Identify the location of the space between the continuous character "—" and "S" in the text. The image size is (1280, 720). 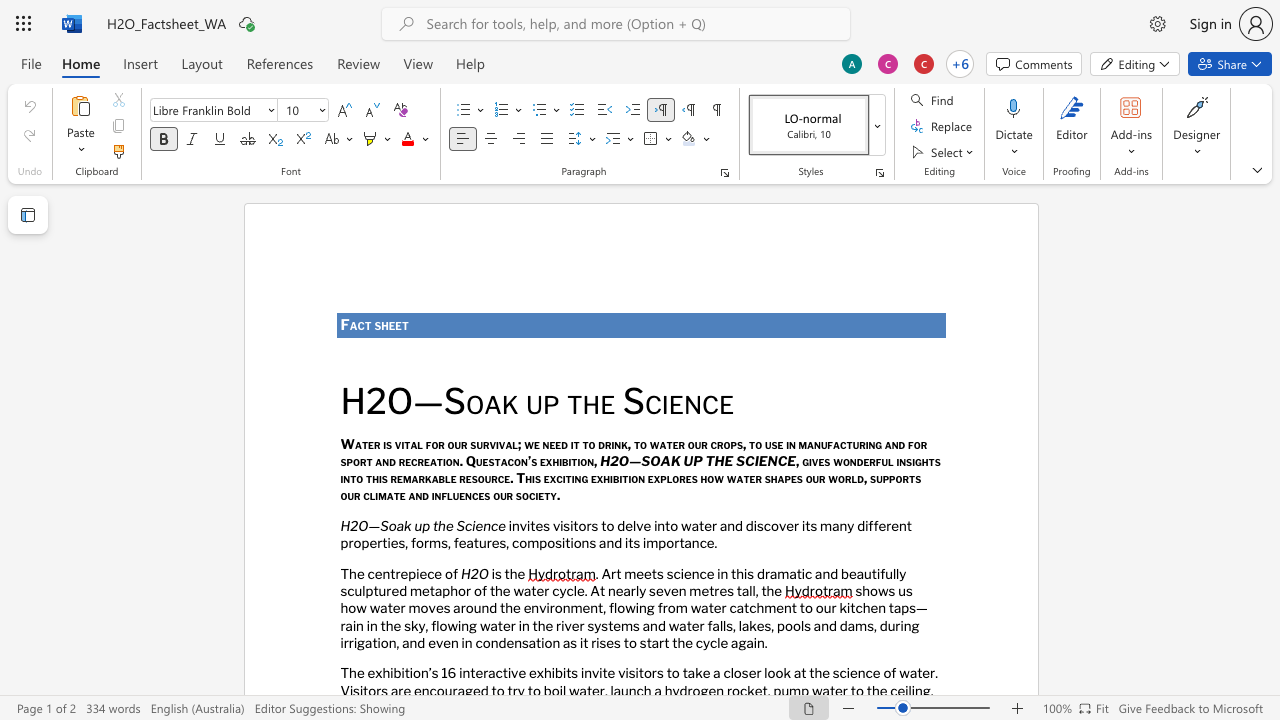
(379, 524).